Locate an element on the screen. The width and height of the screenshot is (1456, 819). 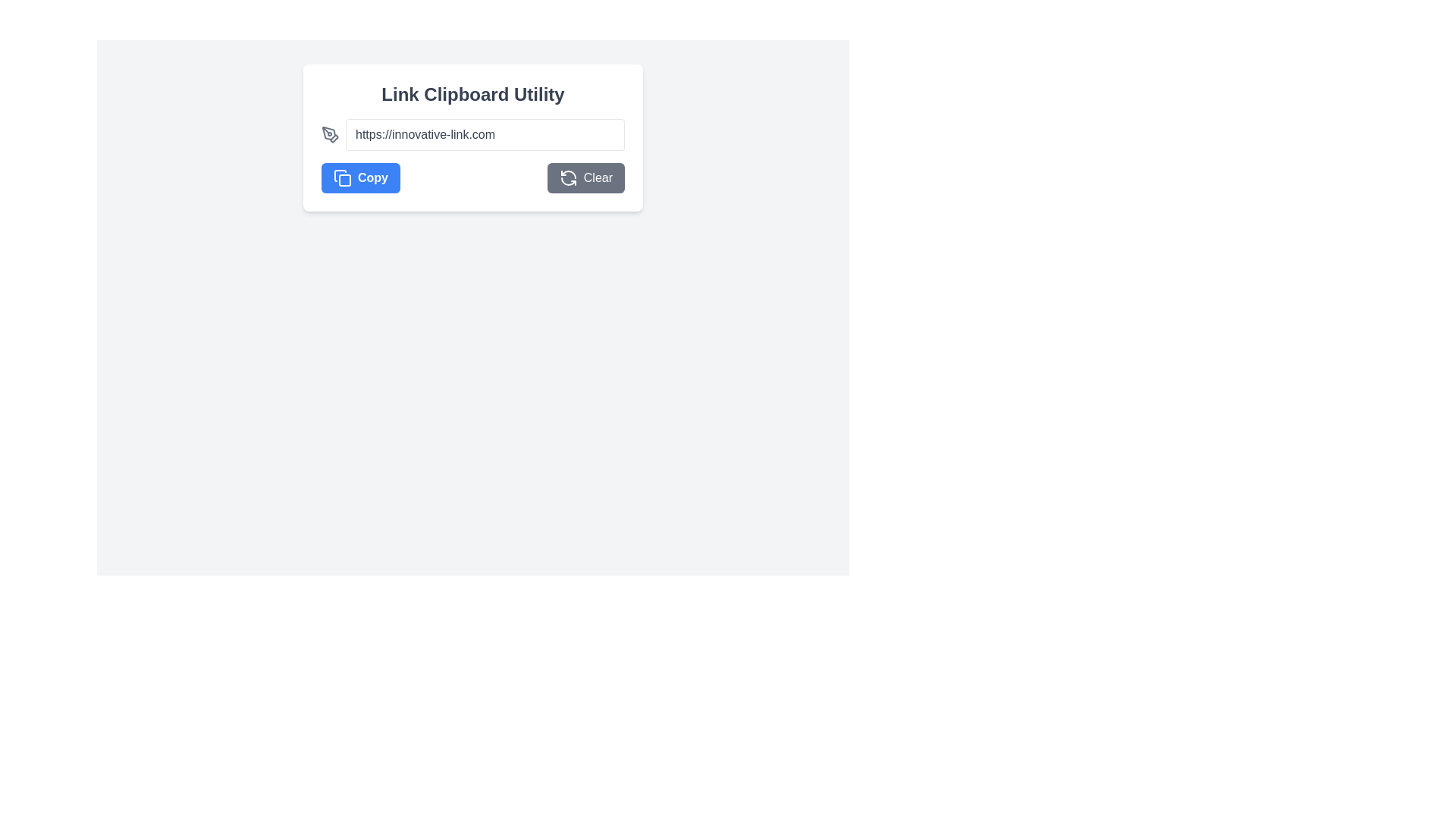
the refresh icon, which is styled with two curved arrows forming a circular pattern, located to the left of the 'Clear' button within a rectangular button with rounded corners is located at coordinates (567, 177).